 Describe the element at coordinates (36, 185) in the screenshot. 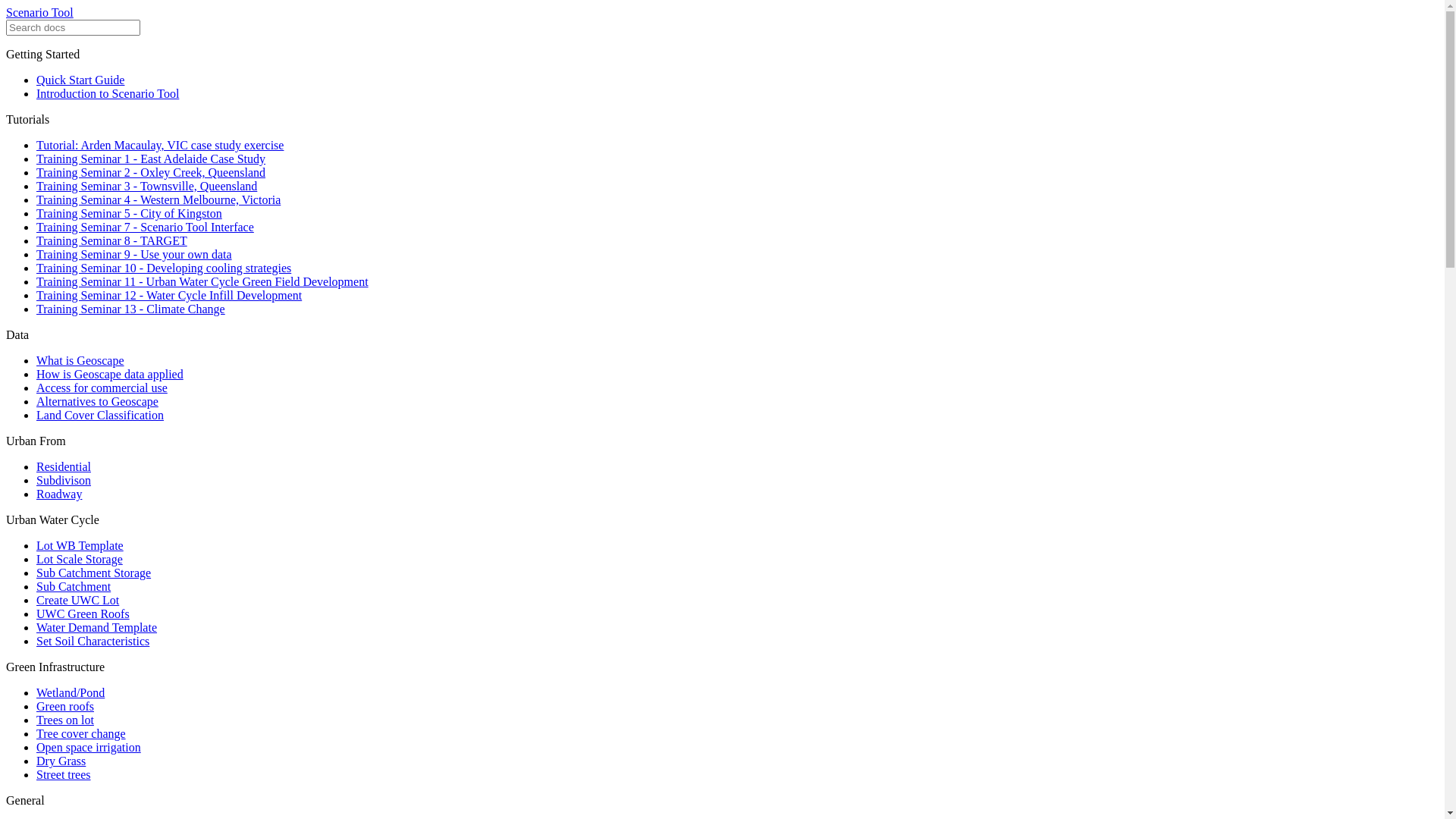

I see `'Training Seminar 3 - Townsville, Queensland'` at that location.